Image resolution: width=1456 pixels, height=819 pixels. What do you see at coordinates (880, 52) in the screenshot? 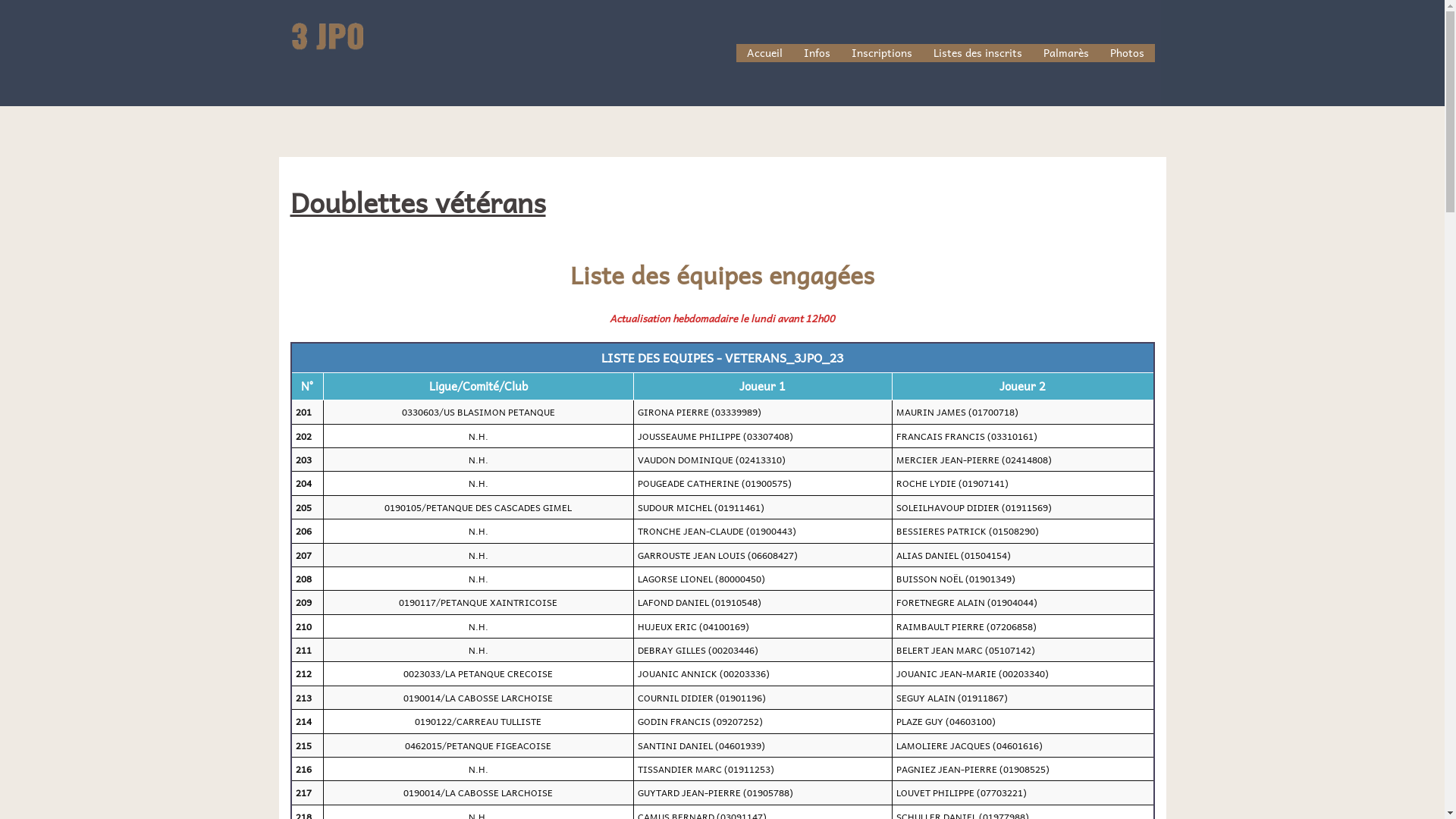
I see `'Inscriptions'` at bounding box center [880, 52].